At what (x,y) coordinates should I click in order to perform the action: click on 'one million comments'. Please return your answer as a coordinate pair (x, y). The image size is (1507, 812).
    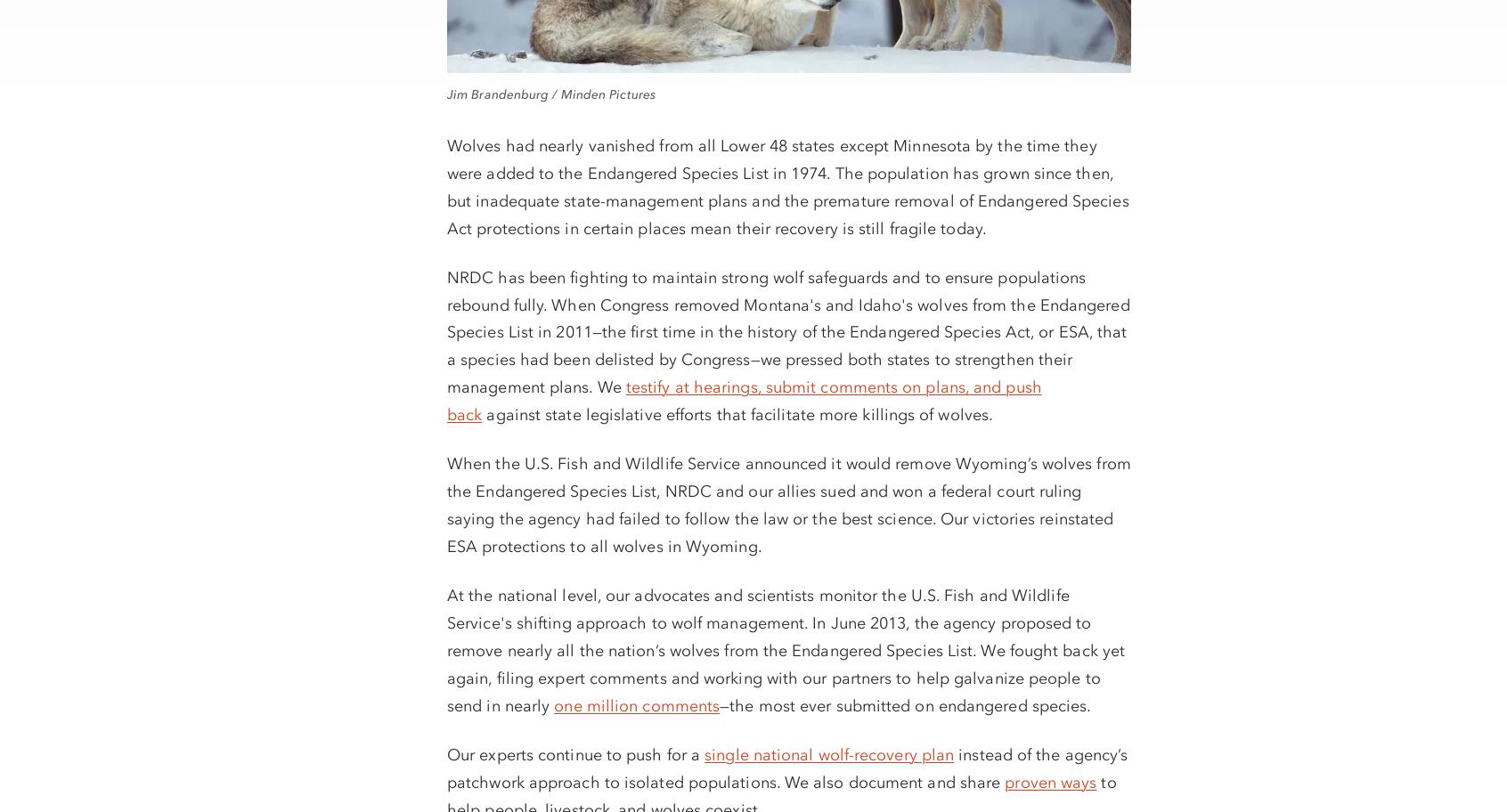
    Looking at the image, I should click on (552, 704).